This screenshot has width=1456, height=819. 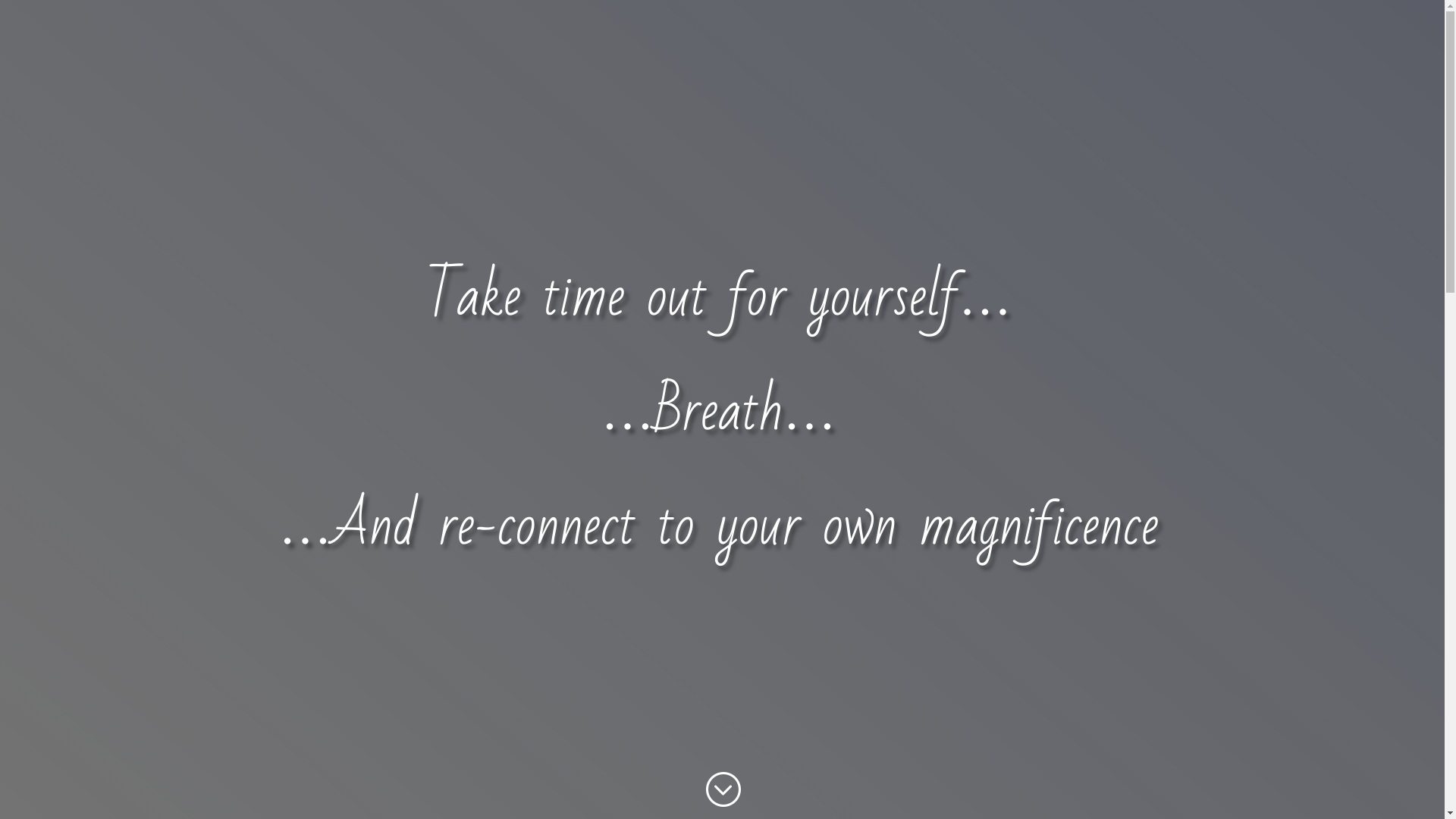 I want to click on ';', so click(x=721, y=789).